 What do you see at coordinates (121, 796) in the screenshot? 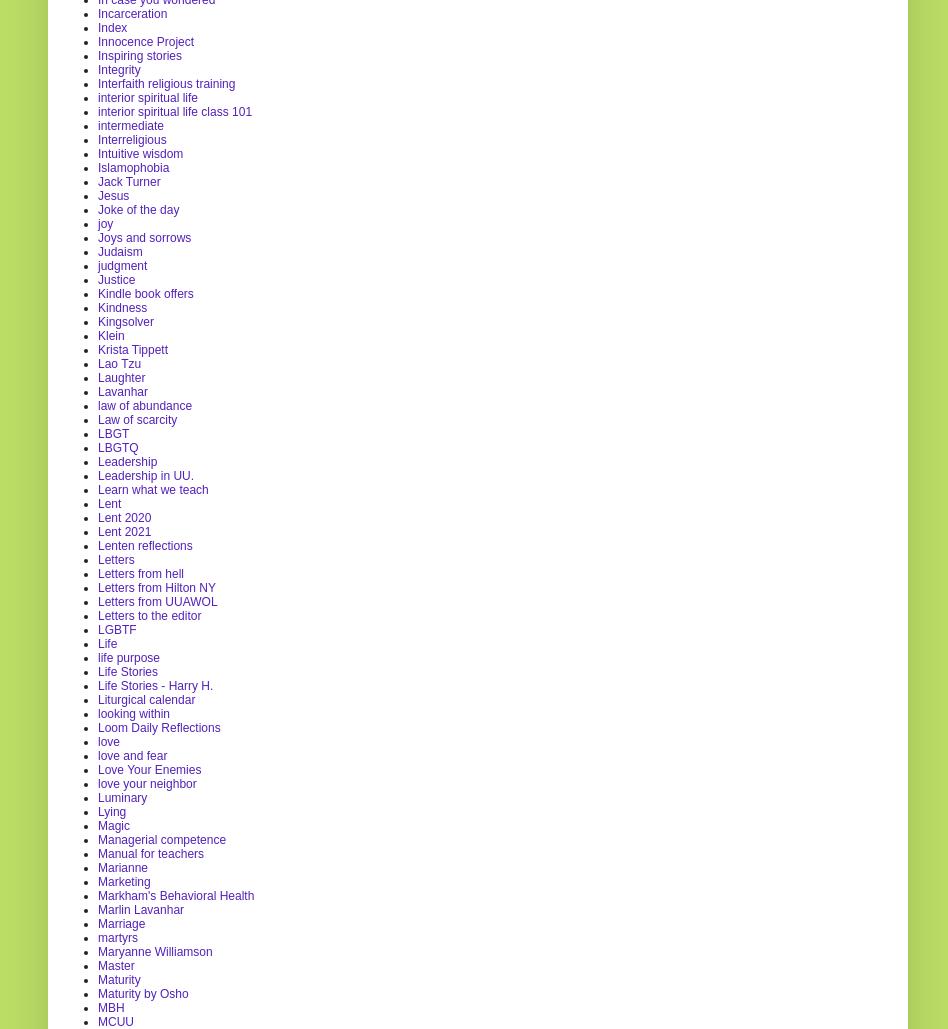
I see `'Luminary'` at bounding box center [121, 796].